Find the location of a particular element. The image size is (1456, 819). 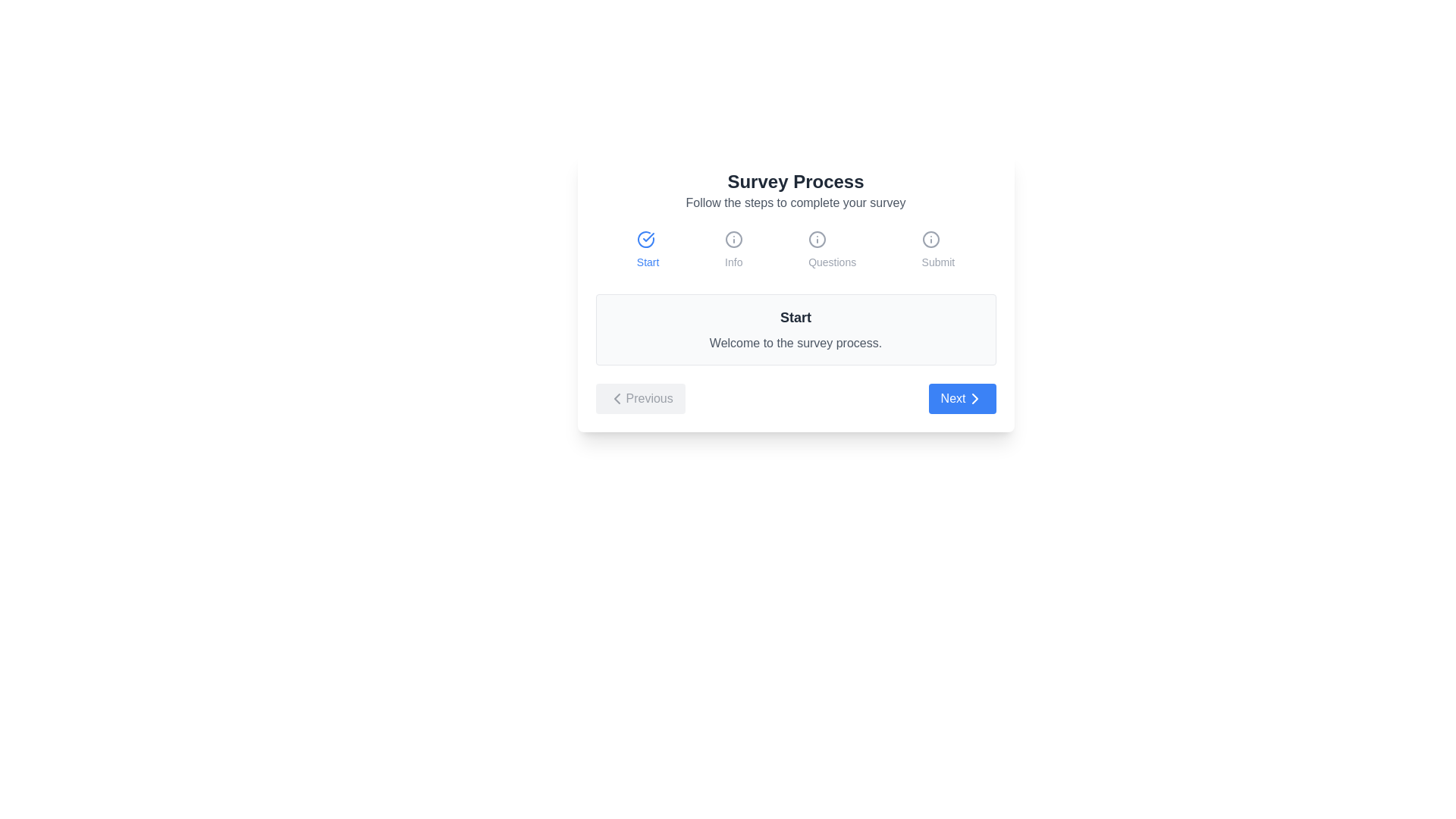

the right-facing chevron icon that indicates the next step in navigation, positioned to the right of the 'Next' button in the survey navigation interface is located at coordinates (974, 397).